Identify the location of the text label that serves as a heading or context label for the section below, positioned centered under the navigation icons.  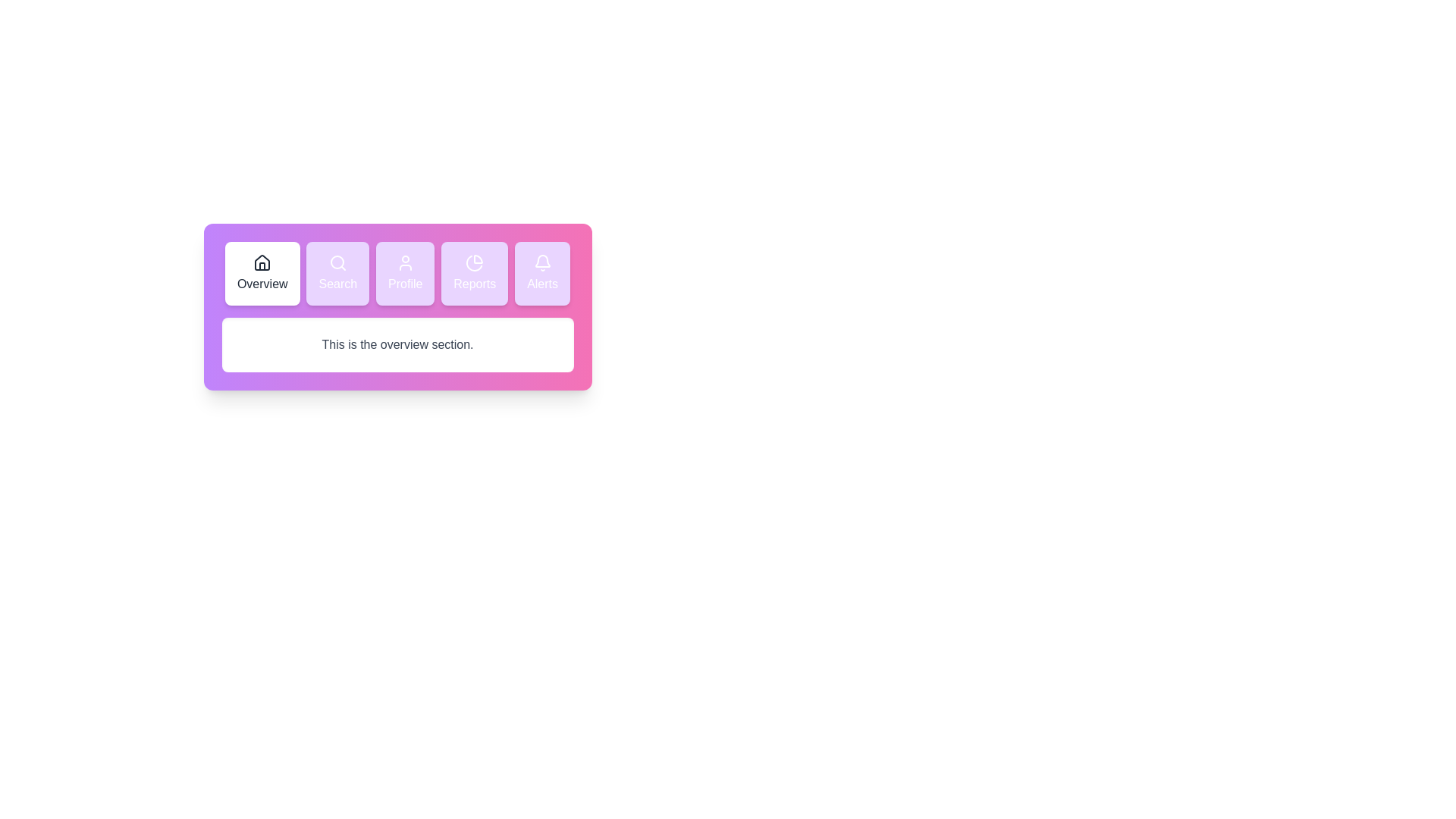
(397, 345).